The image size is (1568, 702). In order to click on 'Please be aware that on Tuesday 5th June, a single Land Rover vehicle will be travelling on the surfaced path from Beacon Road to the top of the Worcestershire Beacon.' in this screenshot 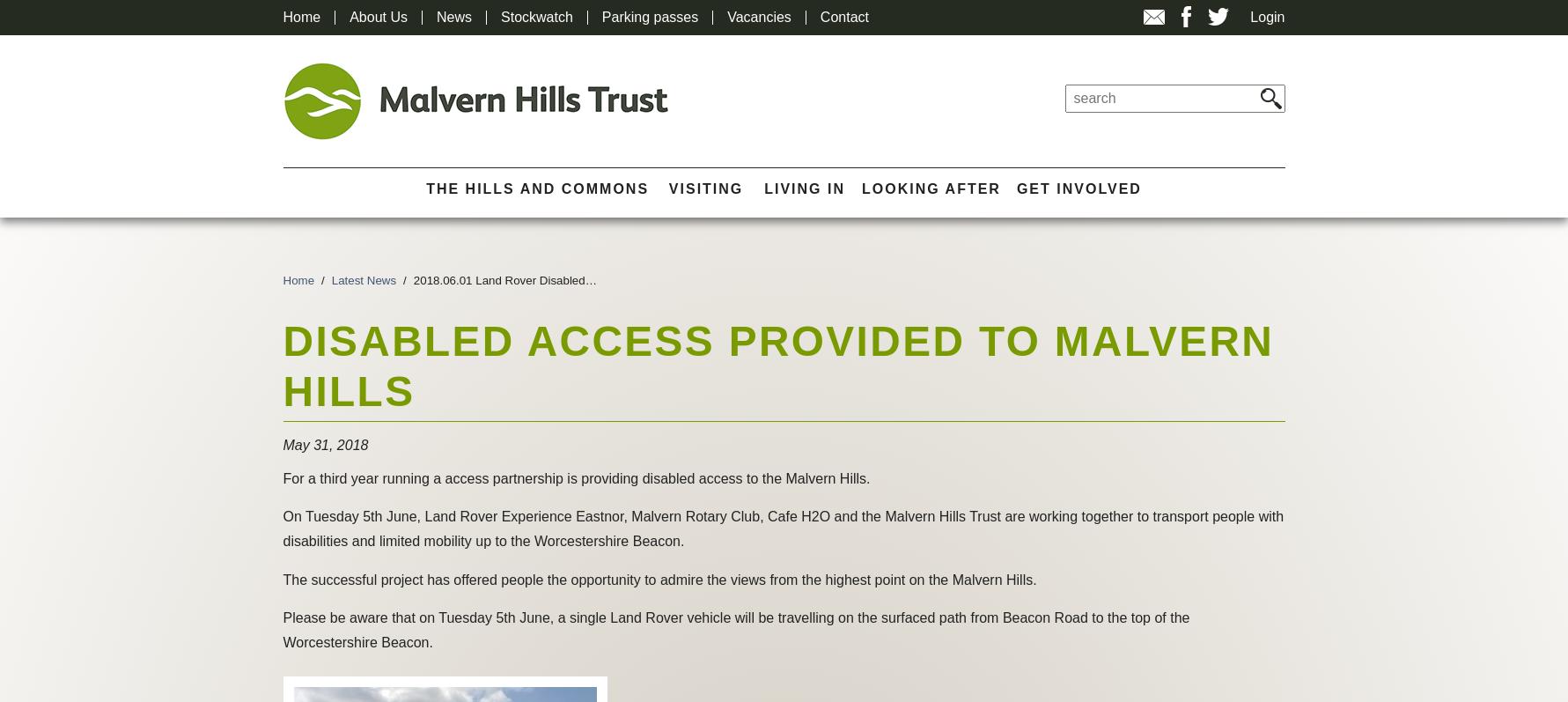, I will do `click(736, 630)`.